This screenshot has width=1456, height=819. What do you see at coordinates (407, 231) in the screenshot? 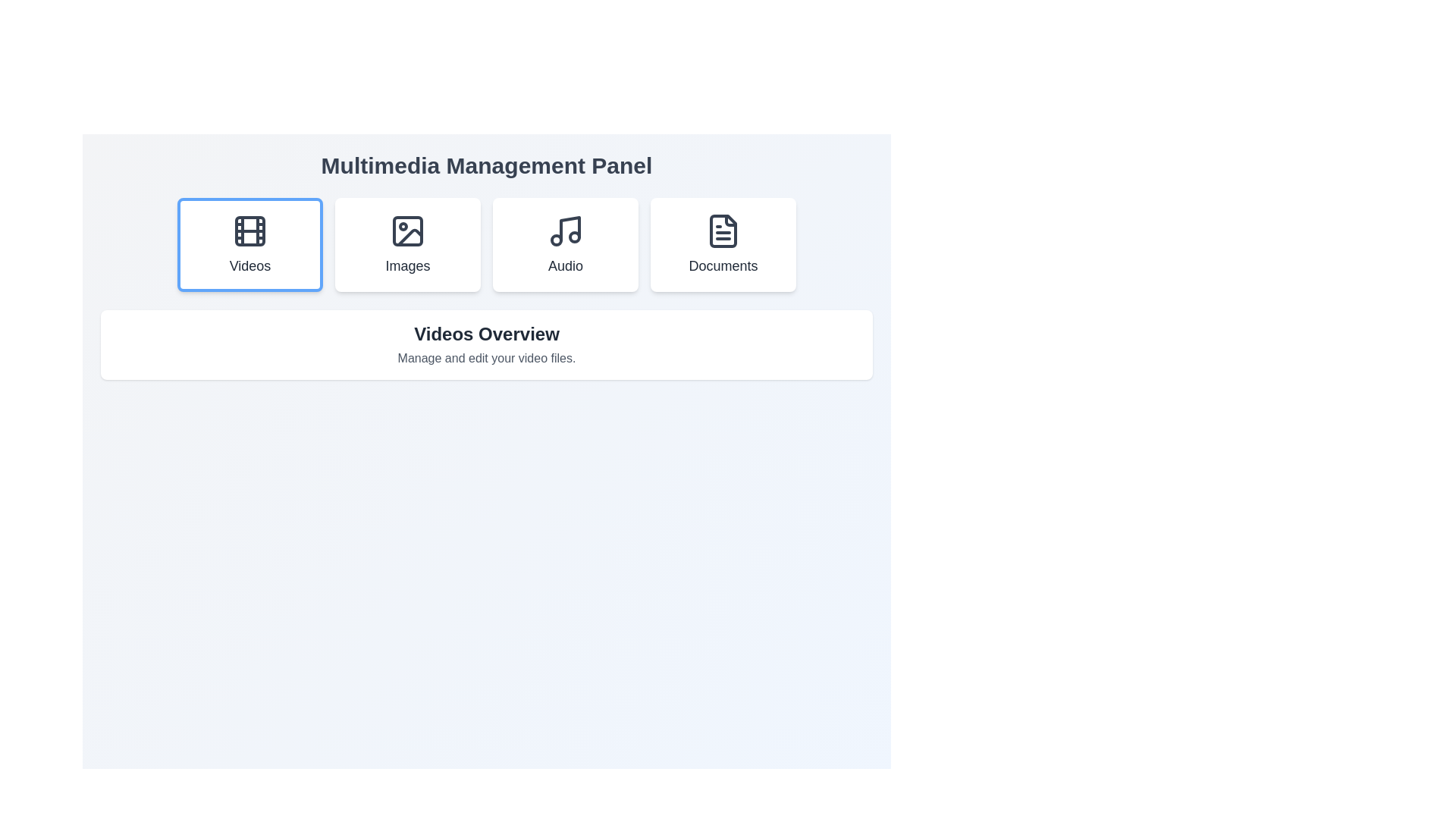
I see `the image placeholder icon located in the second card of the Multimedia Management Panel` at bounding box center [407, 231].